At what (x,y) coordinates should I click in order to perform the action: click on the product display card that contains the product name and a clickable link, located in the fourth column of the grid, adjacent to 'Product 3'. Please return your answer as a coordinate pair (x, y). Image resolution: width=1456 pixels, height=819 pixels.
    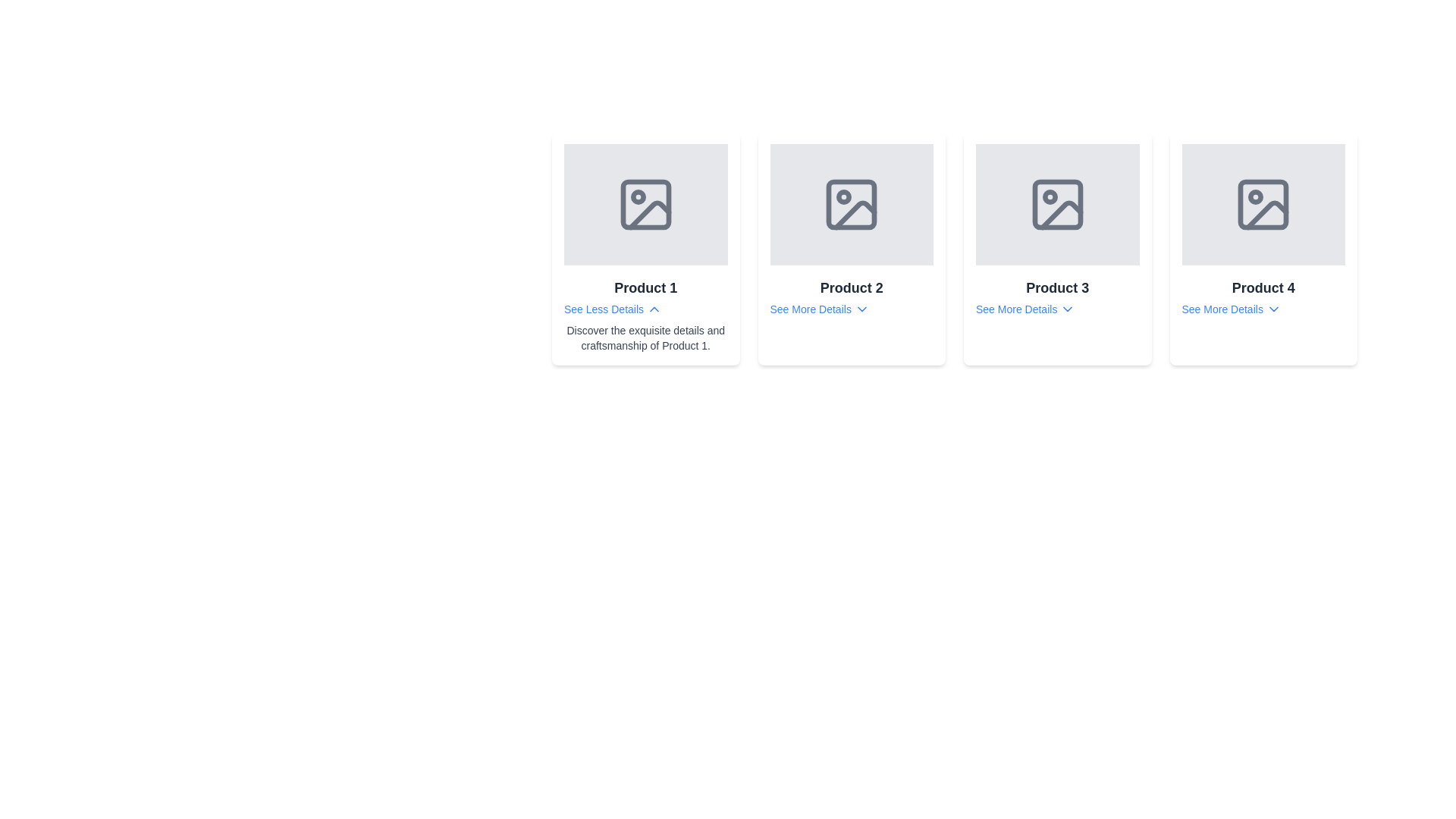
    Looking at the image, I should click on (1263, 247).